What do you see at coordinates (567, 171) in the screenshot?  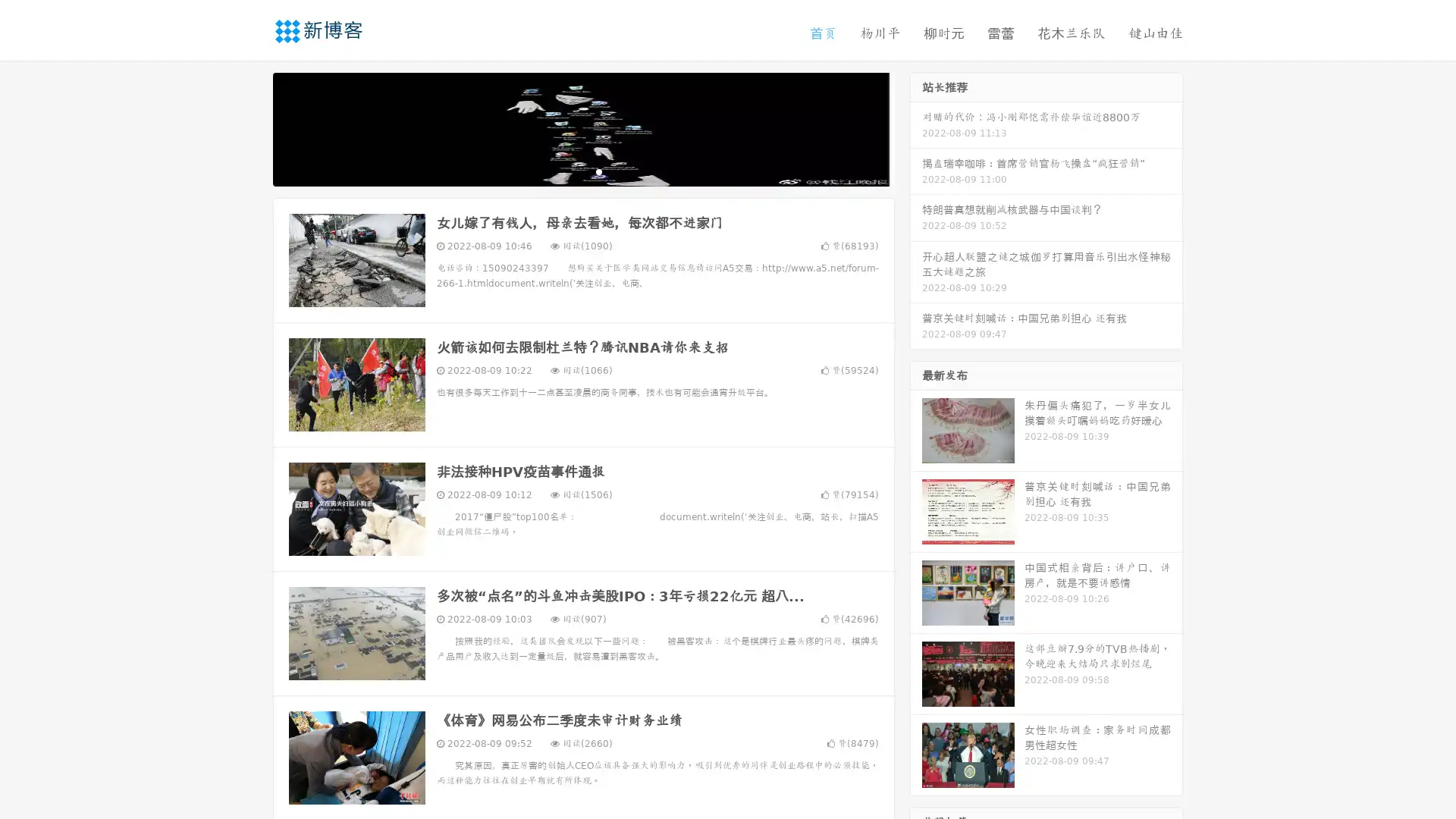 I see `Go to slide 1` at bounding box center [567, 171].